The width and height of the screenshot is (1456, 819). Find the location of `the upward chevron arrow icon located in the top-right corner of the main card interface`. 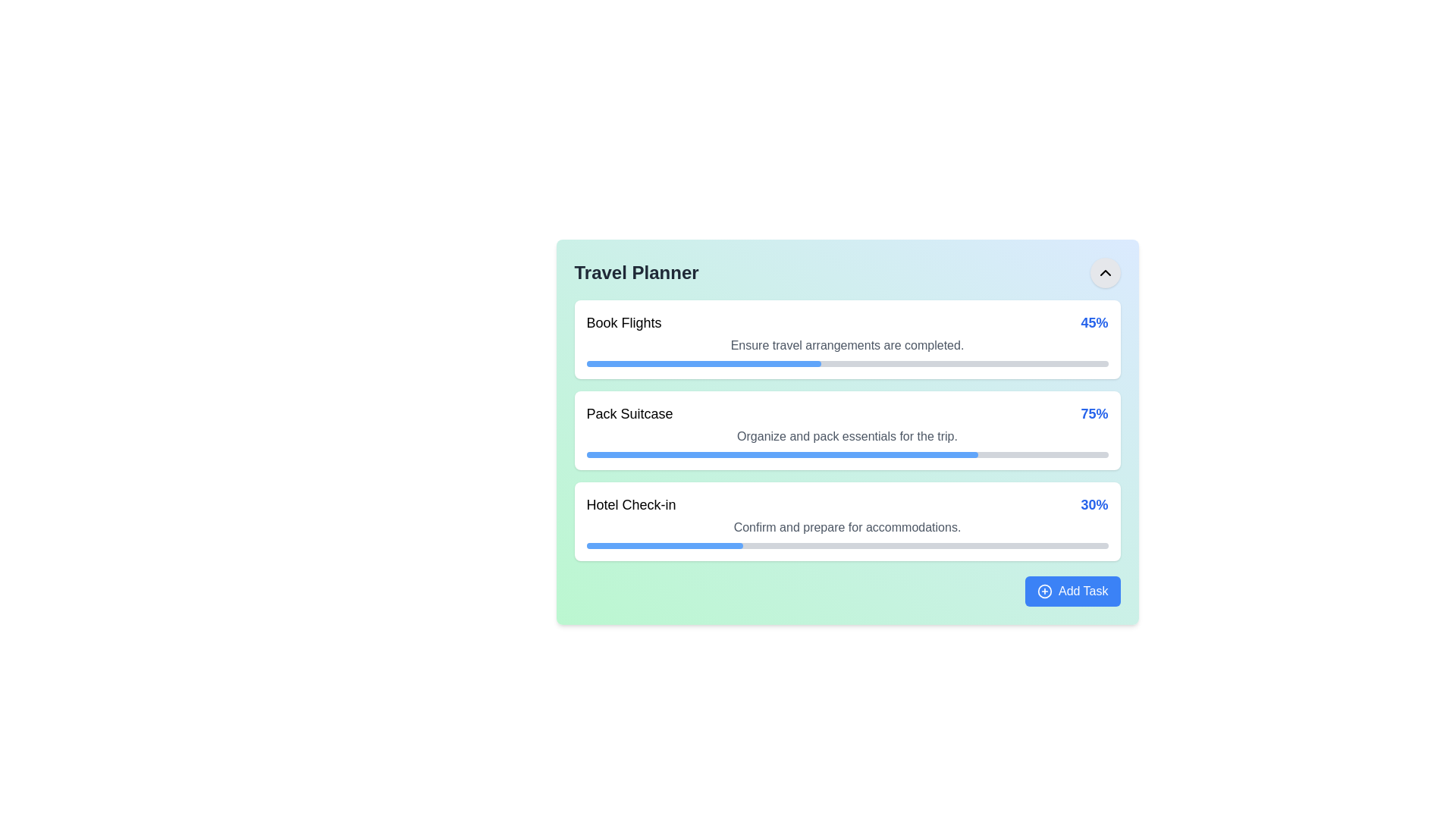

the upward chevron arrow icon located in the top-right corner of the main card interface is located at coordinates (1105, 271).